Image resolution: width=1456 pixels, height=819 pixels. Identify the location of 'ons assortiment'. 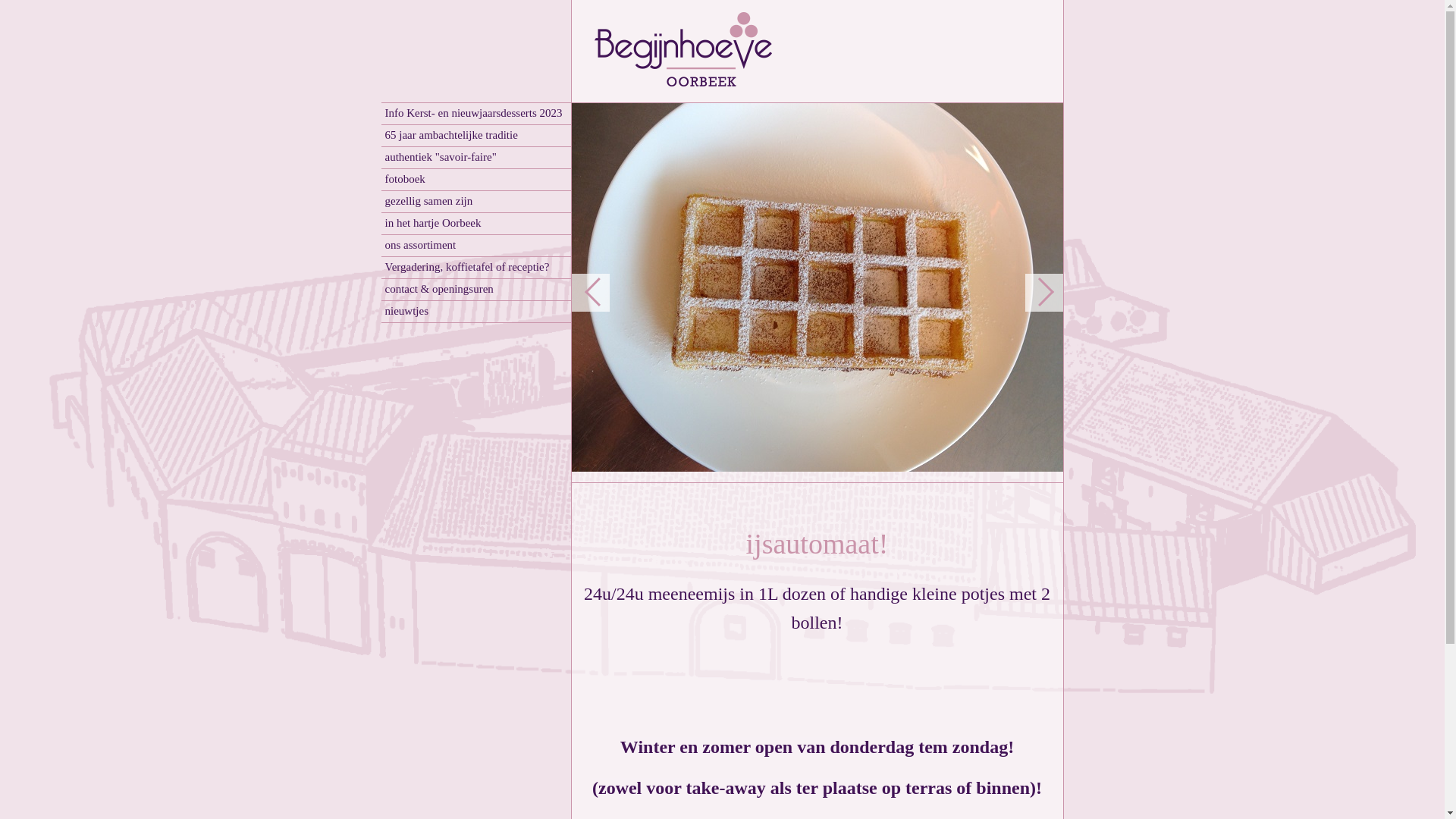
(475, 245).